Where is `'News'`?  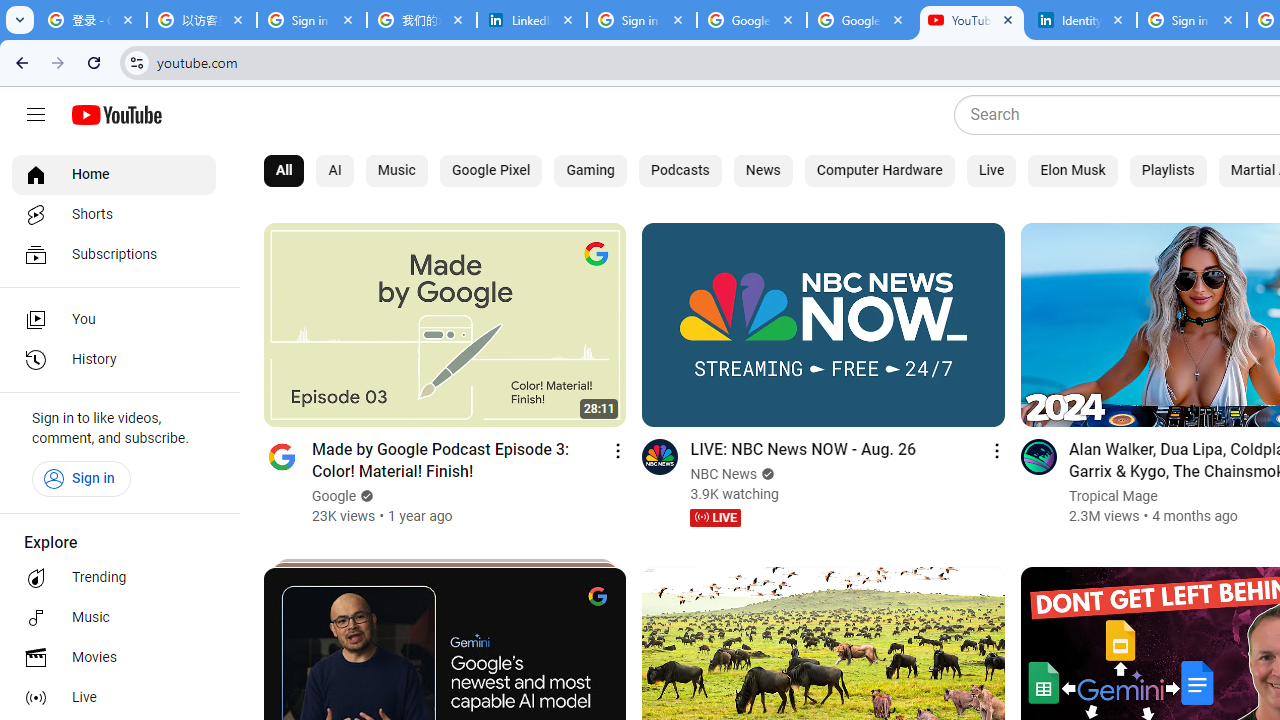 'News' is located at coordinates (762, 170).